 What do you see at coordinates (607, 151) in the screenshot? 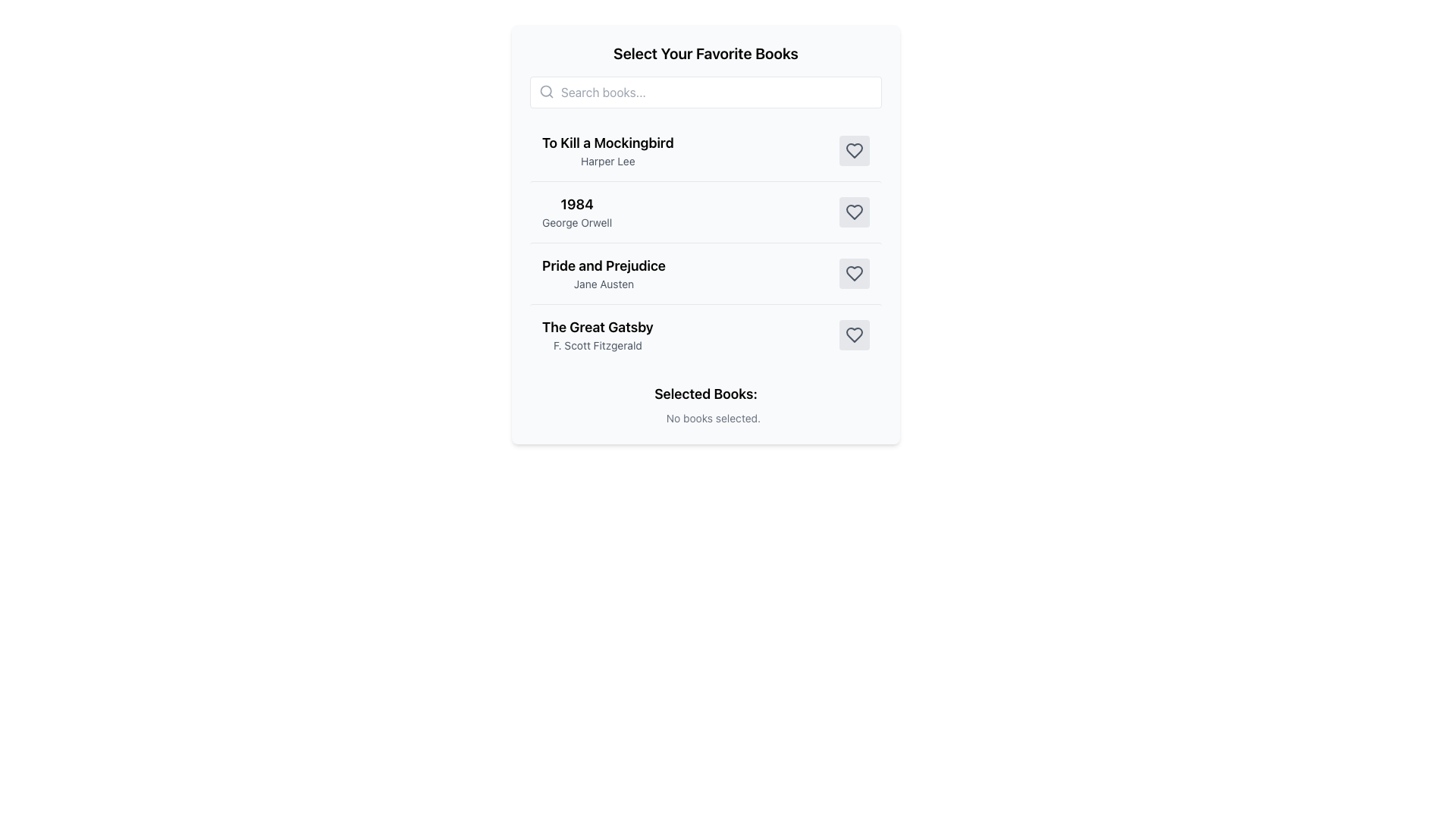
I see `the first item in the list displaying the book title 'To Kill a Mockingbird' and its author 'Harper Lee'` at bounding box center [607, 151].